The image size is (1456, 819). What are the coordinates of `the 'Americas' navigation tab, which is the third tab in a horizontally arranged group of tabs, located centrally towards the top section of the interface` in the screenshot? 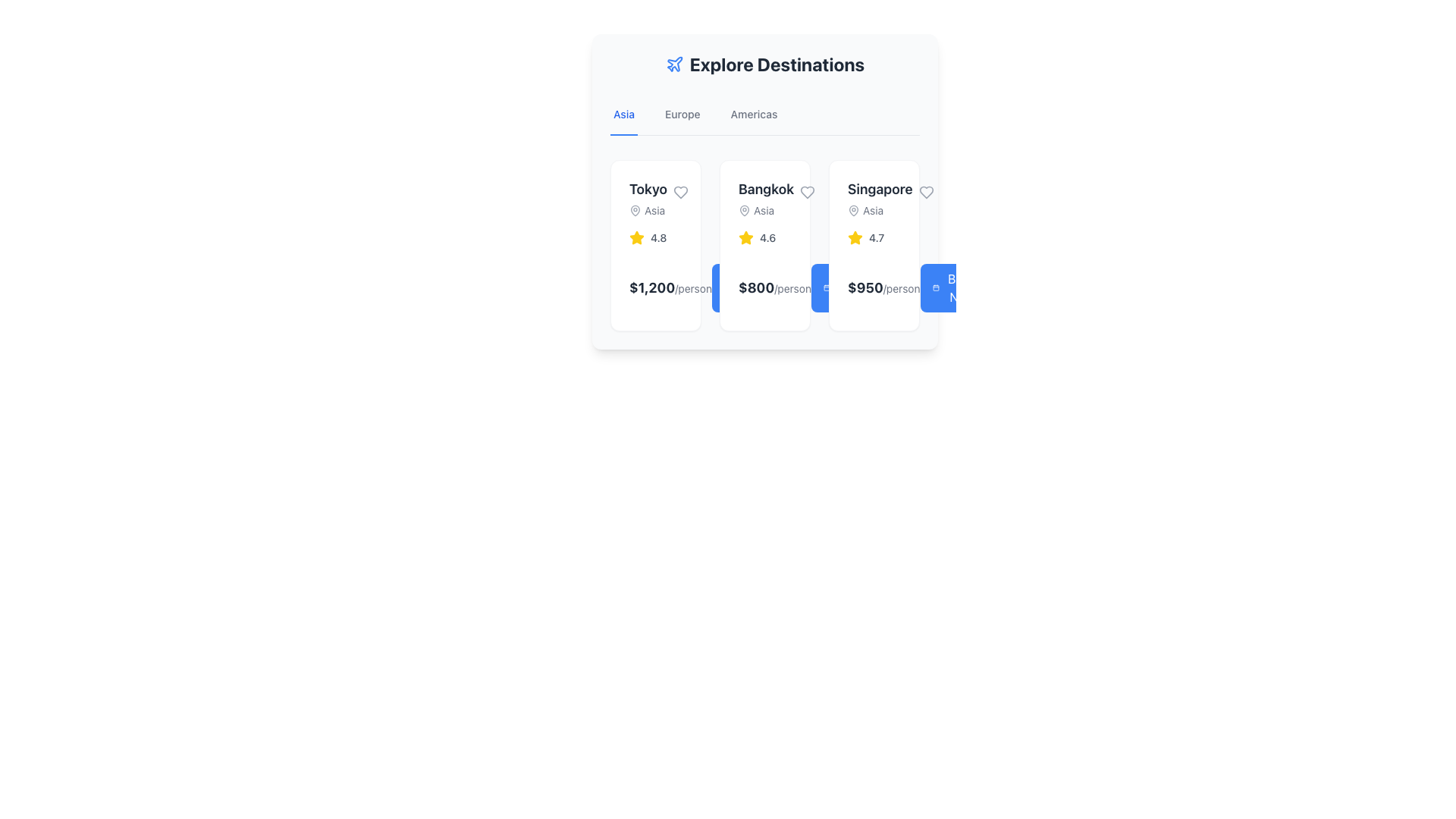 It's located at (754, 114).